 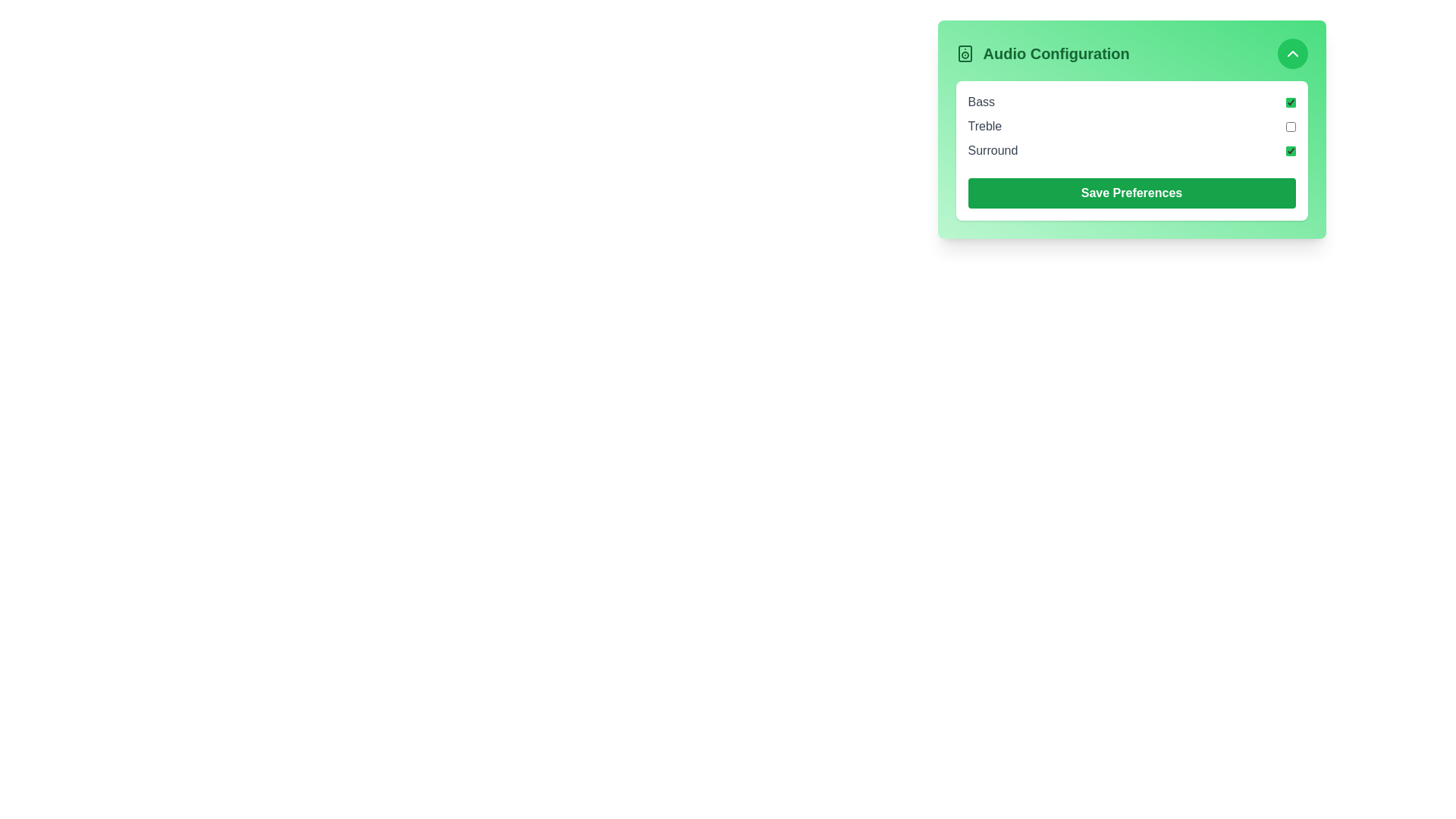 What do you see at coordinates (1291, 52) in the screenshot?
I see `the upward-pointing chevron icon within the bright green circular button located in the 'Audio Configuration' panel` at bounding box center [1291, 52].